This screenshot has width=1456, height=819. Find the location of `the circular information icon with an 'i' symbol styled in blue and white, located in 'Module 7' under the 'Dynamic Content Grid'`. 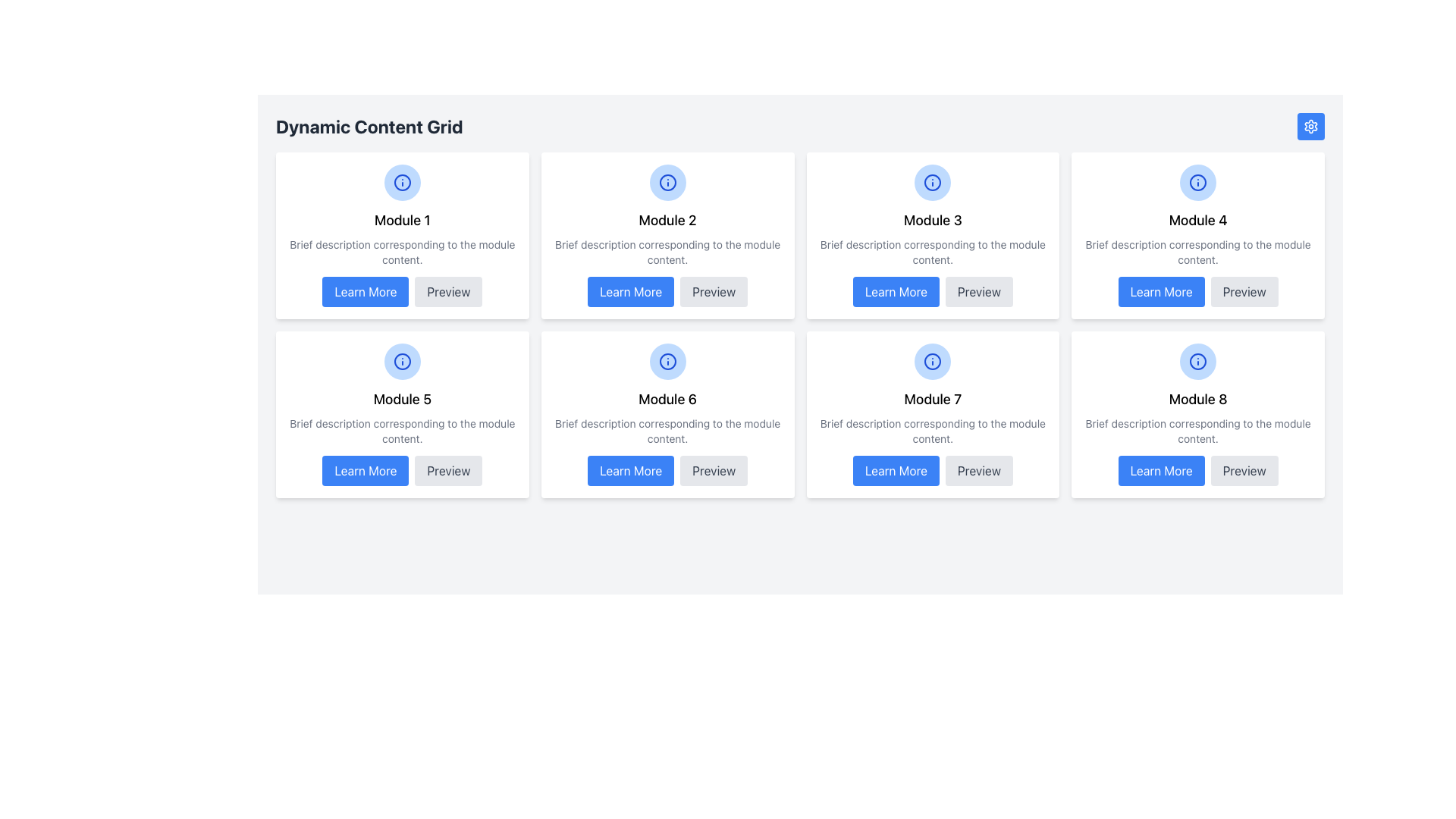

the circular information icon with an 'i' symbol styled in blue and white, located in 'Module 7' under the 'Dynamic Content Grid' is located at coordinates (932, 362).